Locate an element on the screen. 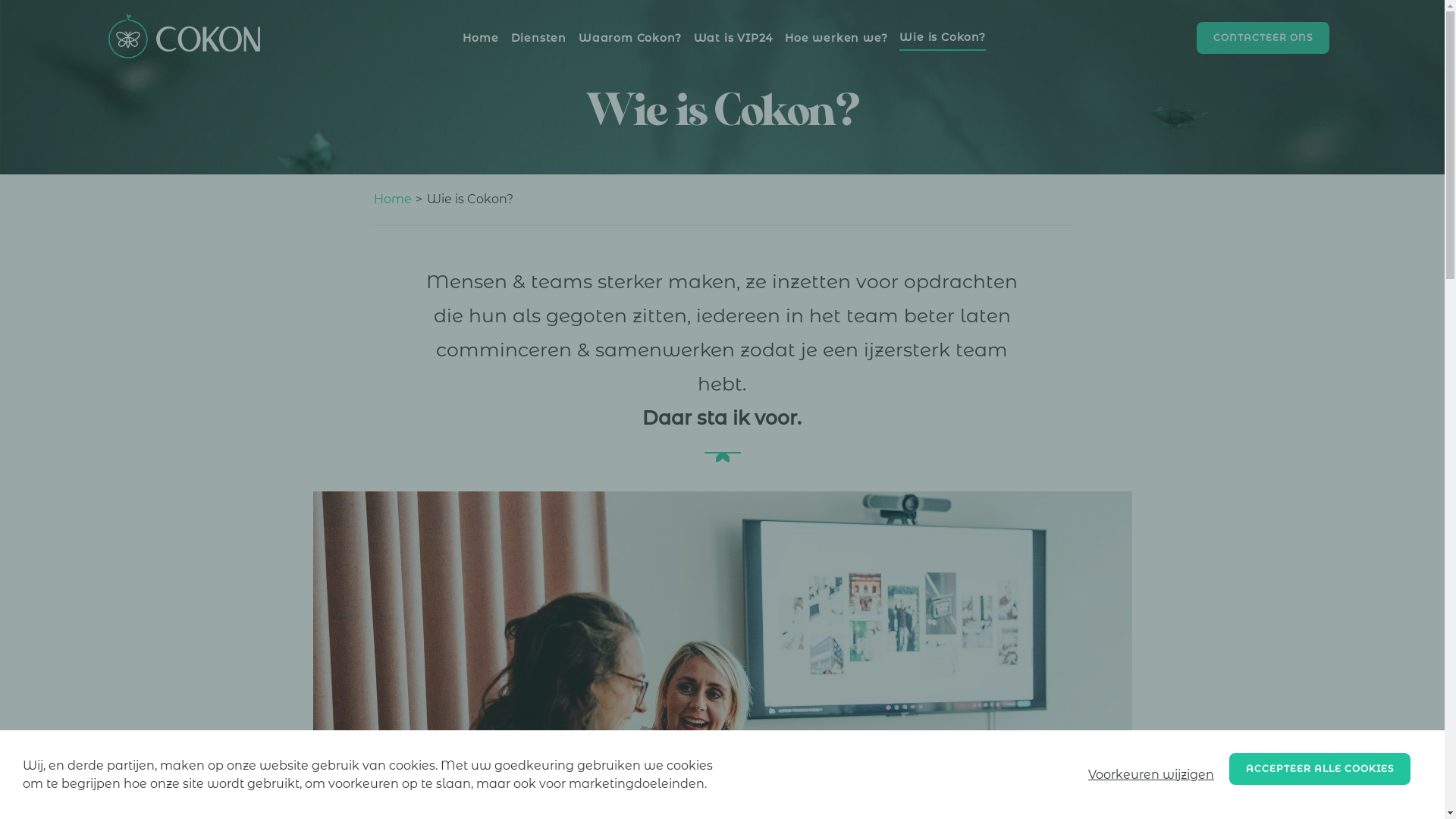 This screenshot has width=1456, height=819. 'Wat is VIP24' is located at coordinates (733, 36).